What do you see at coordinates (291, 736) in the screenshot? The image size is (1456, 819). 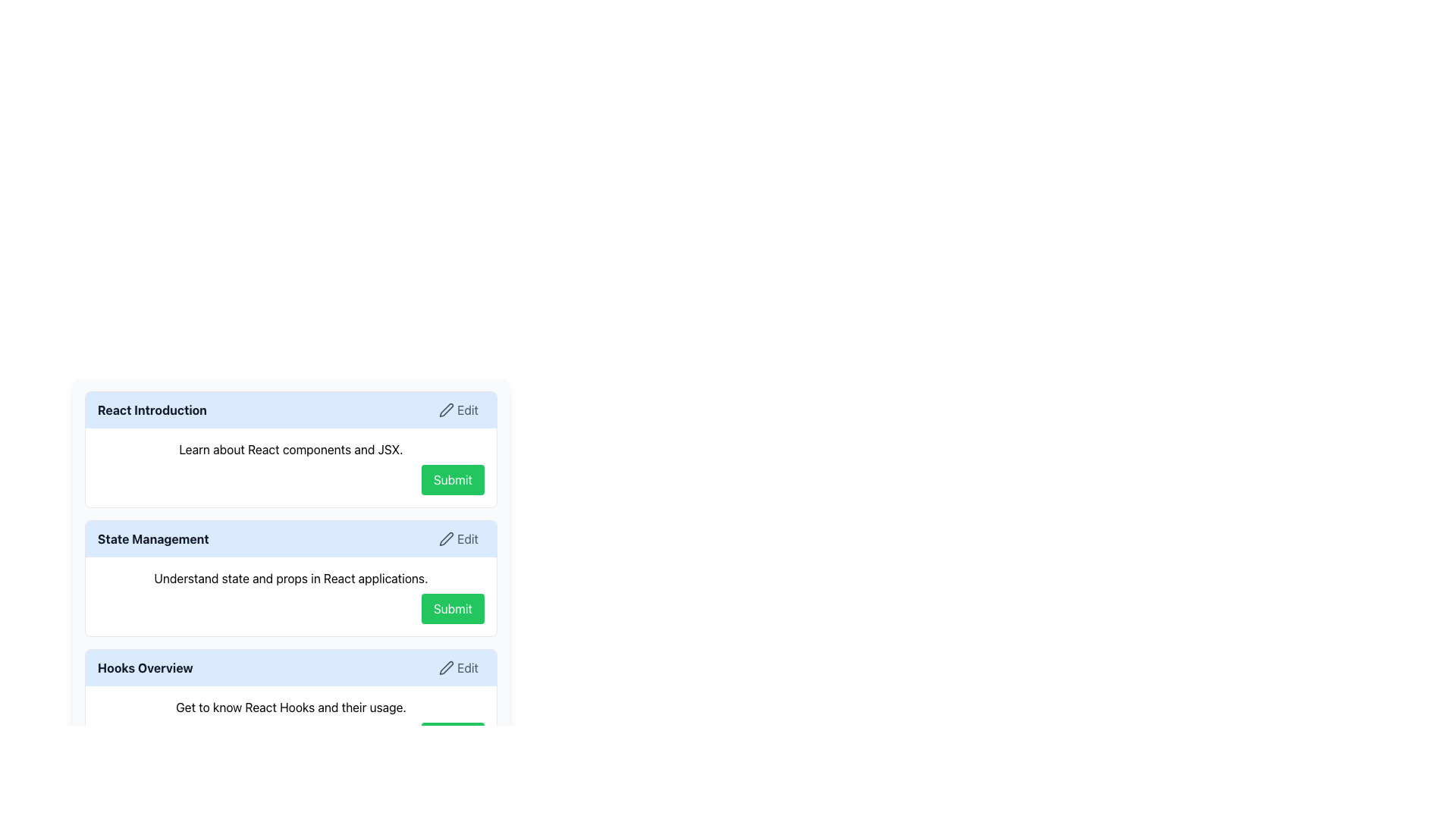 I see `the third 'Submit' button located at the bottom right of the card containing 'Get to know React Hooks and their usage.' to change its color` at bounding box center [291, 736].